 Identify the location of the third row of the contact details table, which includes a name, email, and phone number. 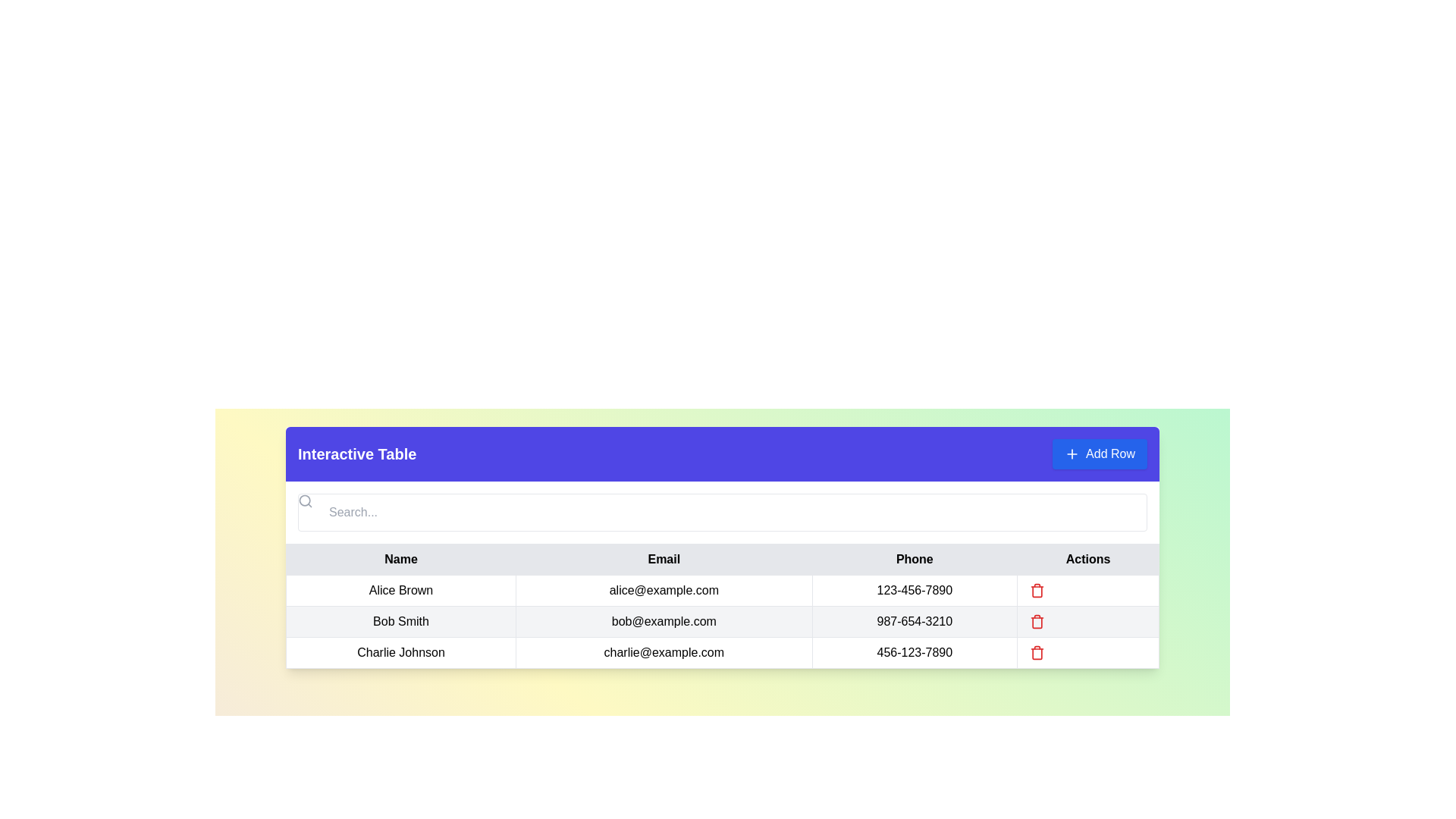
(722, 651).